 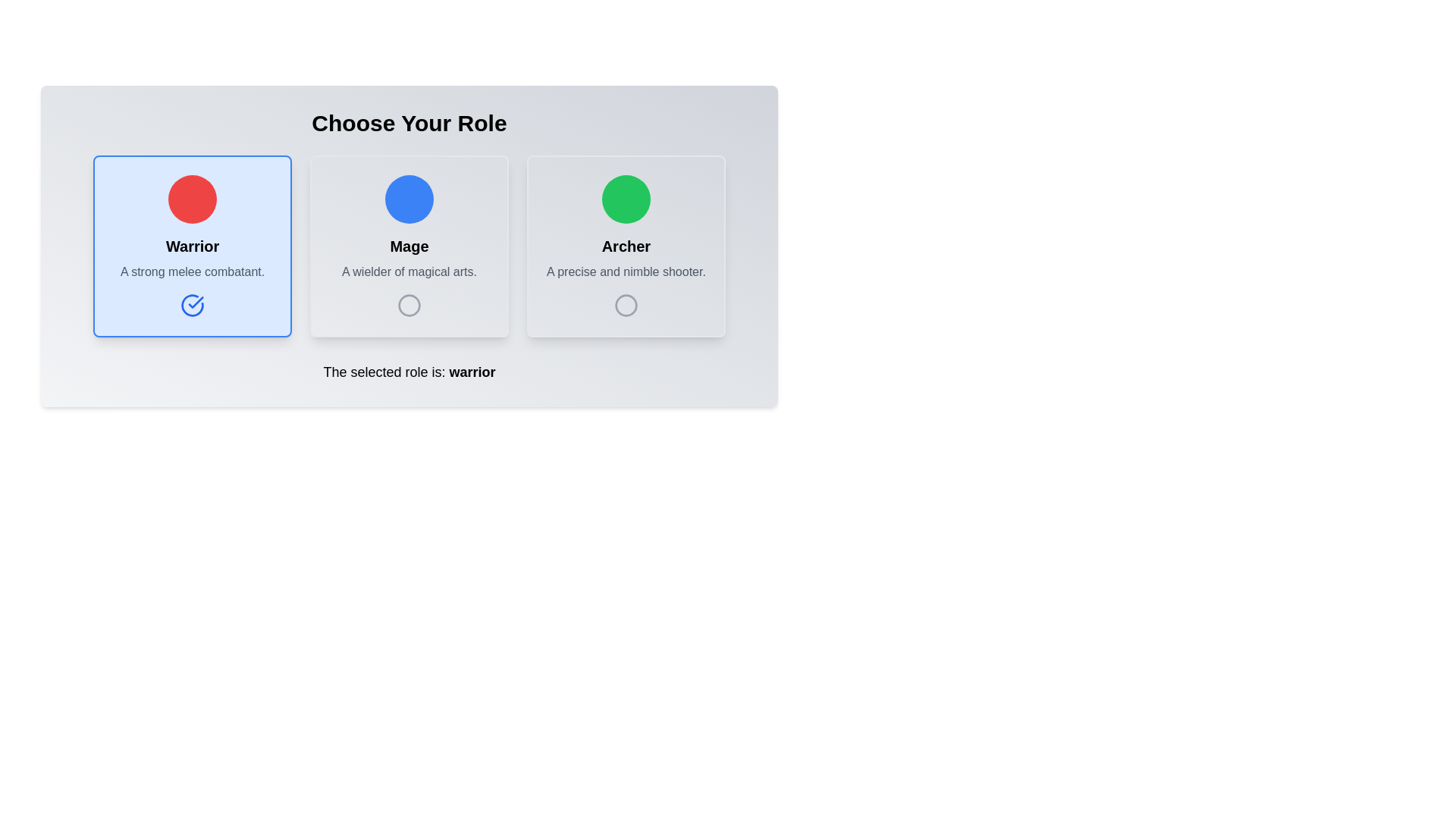 What do you see at coordinates (192, 245) in the screenshot?
I see `the text label displaying 'Warrior' in bold, centered, and large font, which is located within the blue card labeled 'Warrior: A strong melee combatant.'` at bounding box center [192, 245].